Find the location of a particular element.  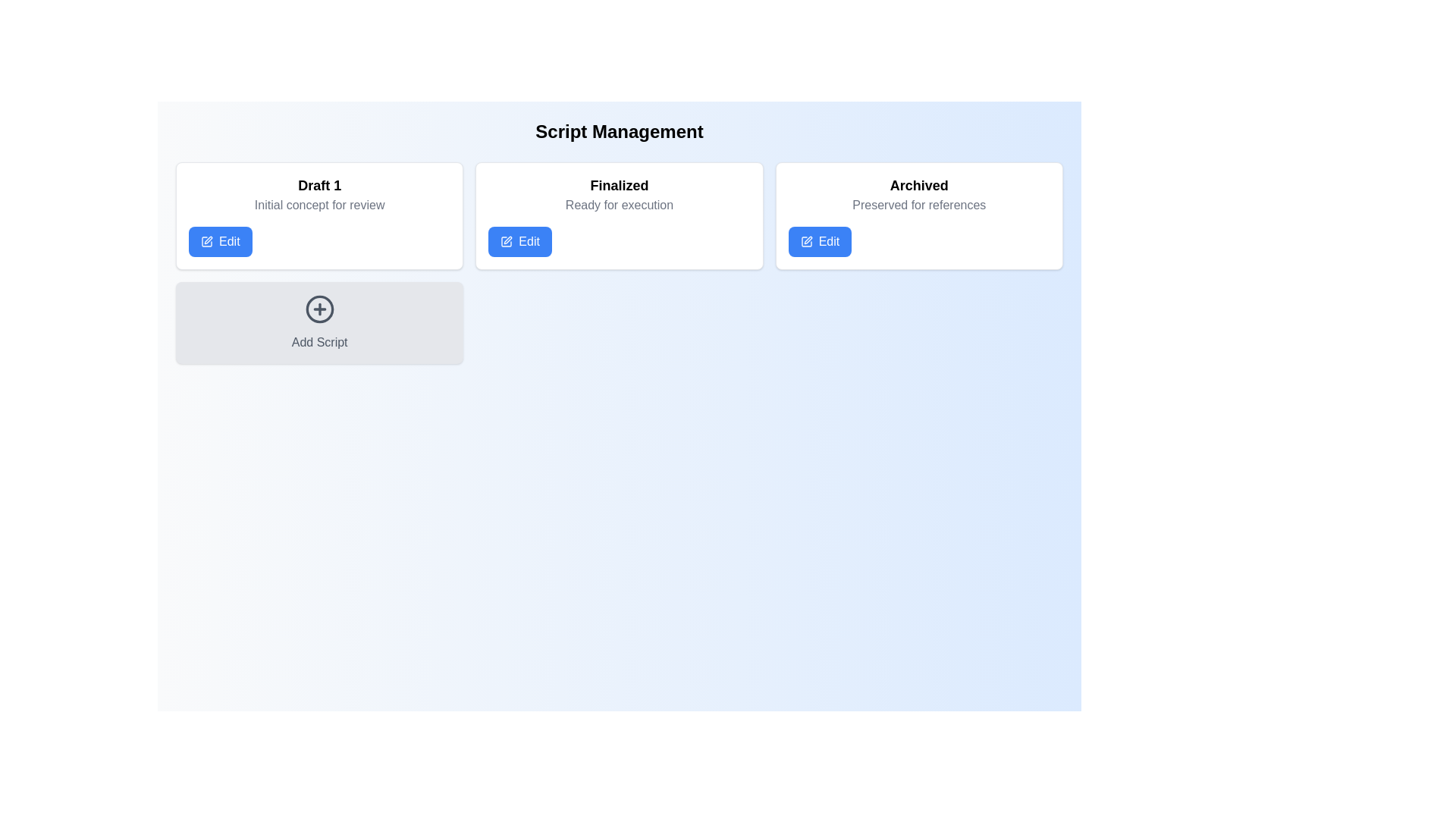

the text label providing additional information or context associated with the header 'Draft 1', which is located directly below 'Draft 1' and above the 'Edit' button is located at coordinates (318, 205).